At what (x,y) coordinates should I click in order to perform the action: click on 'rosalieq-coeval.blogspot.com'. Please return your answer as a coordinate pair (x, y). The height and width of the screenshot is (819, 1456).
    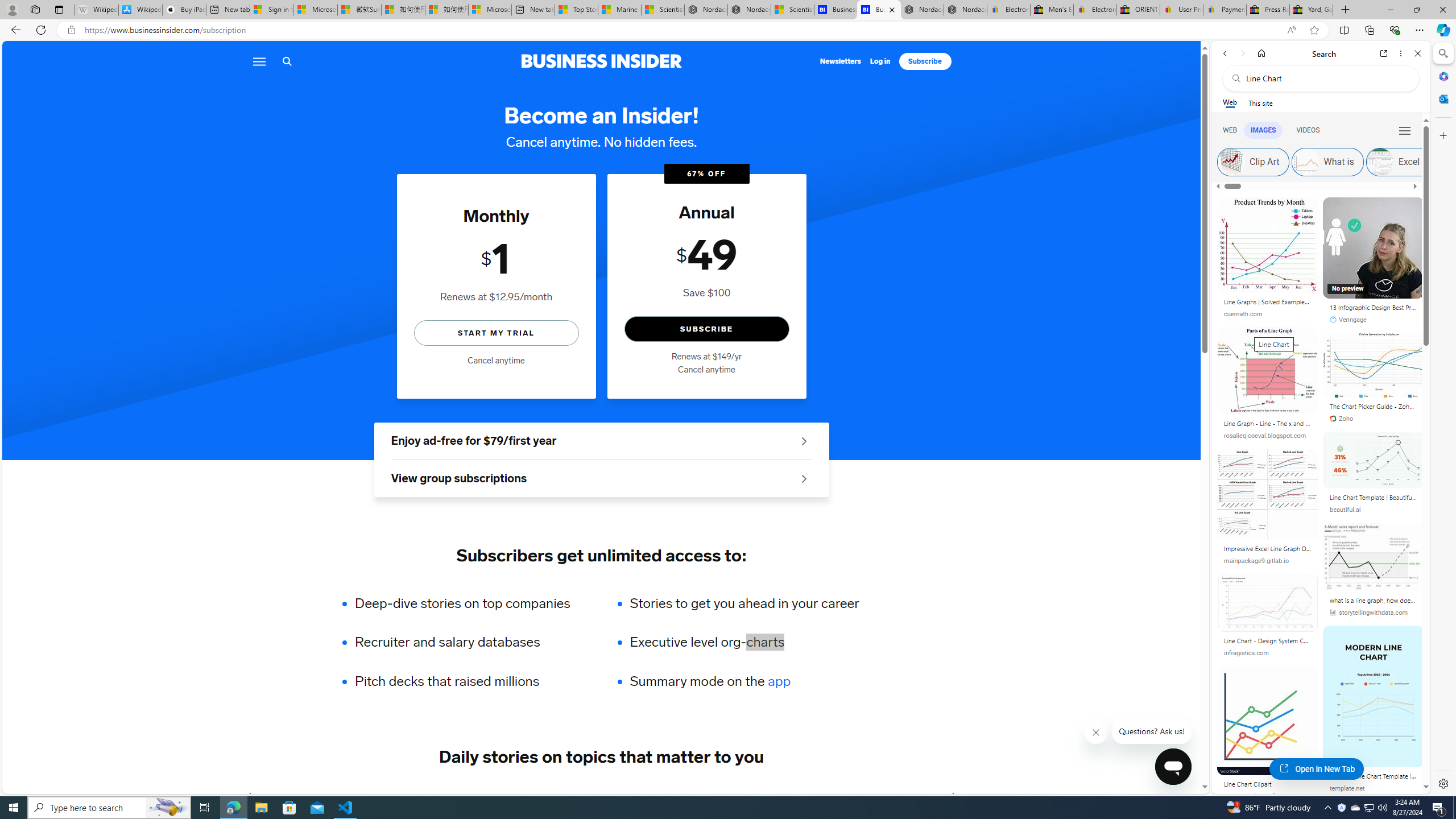
    Looking at the image, I should click on (1264, 435).